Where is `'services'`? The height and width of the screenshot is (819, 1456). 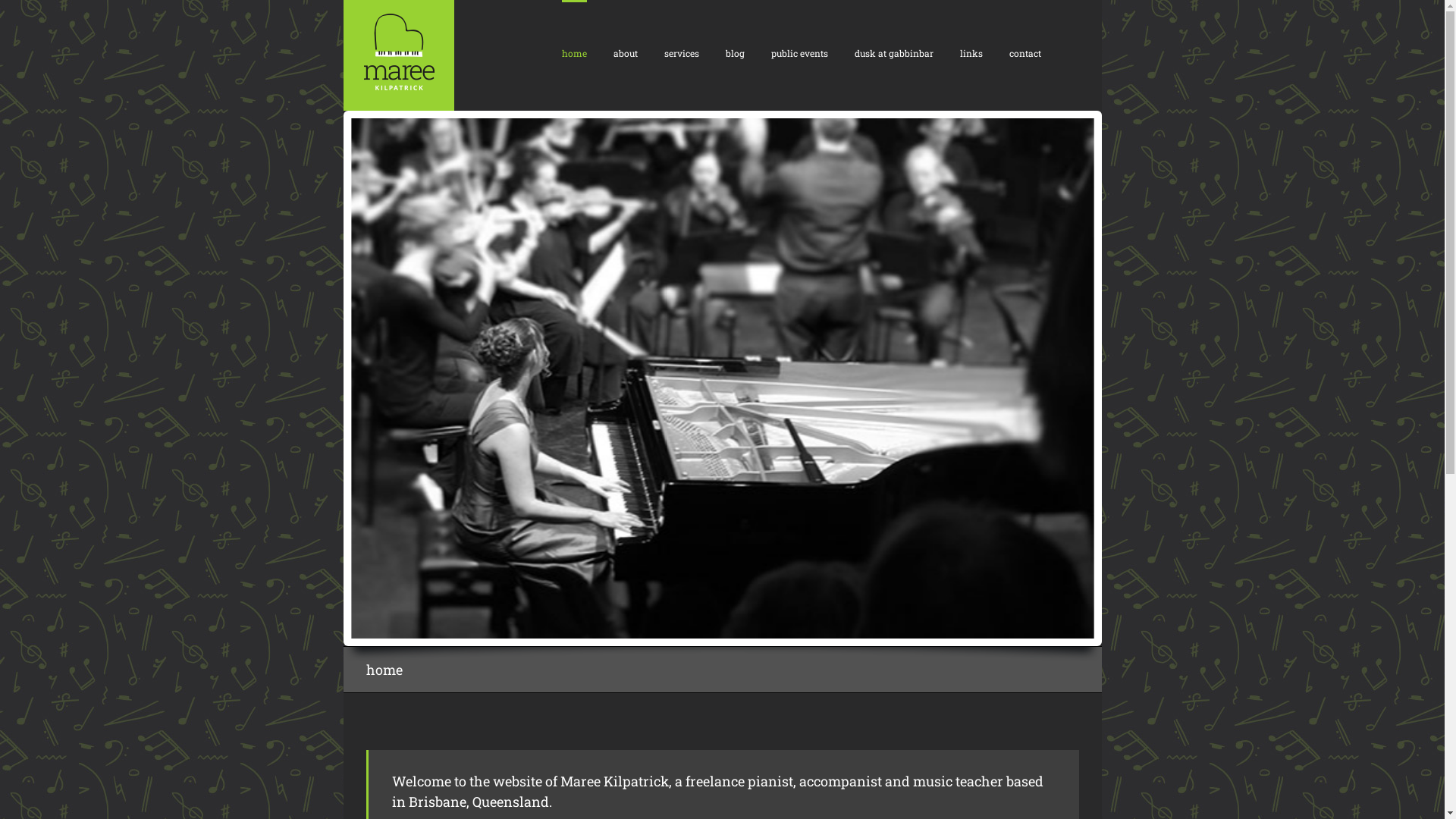
'services' is located at coordinates (664, 52).